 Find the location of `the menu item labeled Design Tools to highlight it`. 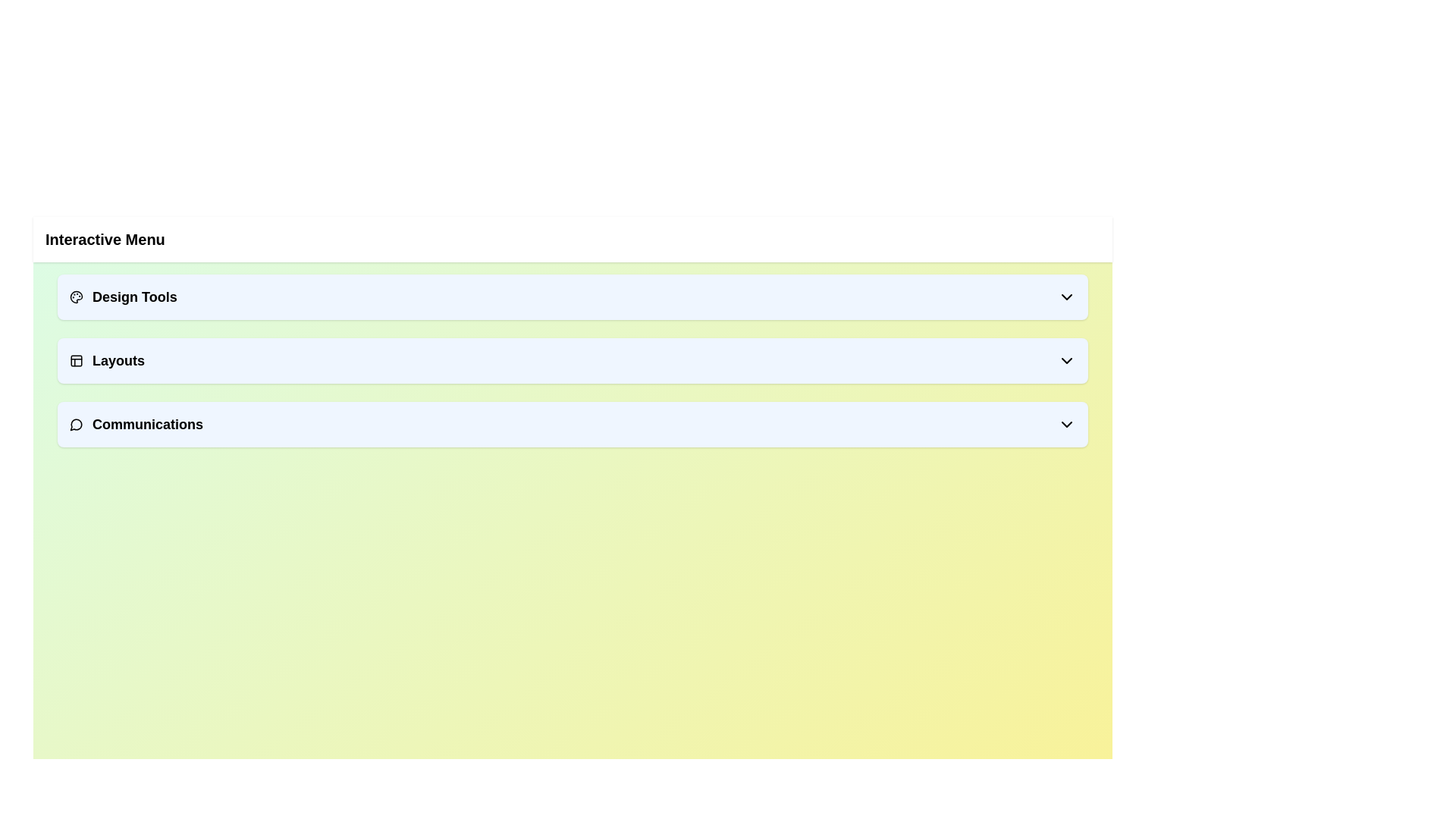

the menu item labeled Design Tools to highlight it is located at coordinates (572, 297).